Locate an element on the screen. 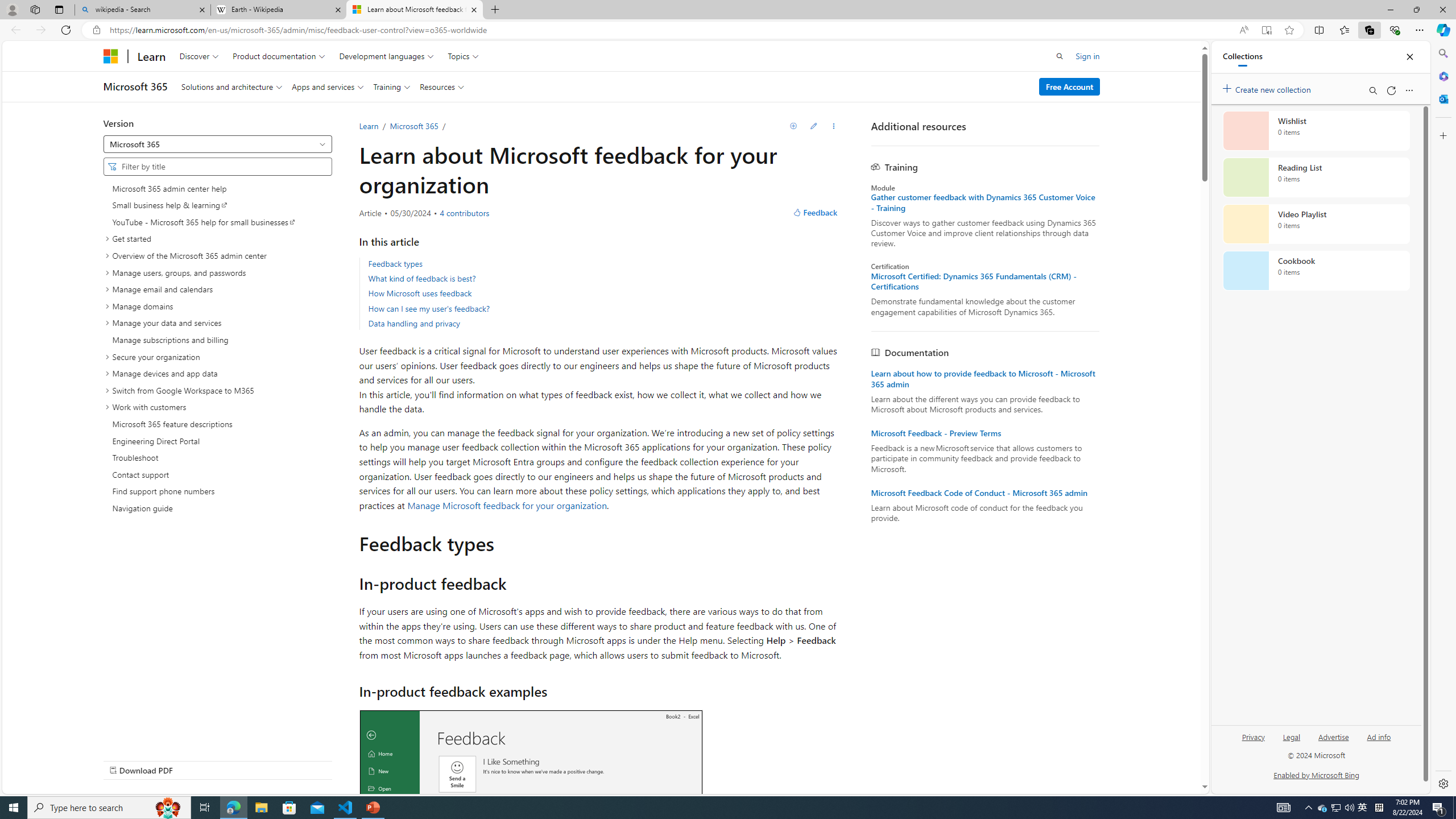 The image size is (1456, 819). 'Microsoft Feedback - Preview Terms' is located at coordinates (985, 433).